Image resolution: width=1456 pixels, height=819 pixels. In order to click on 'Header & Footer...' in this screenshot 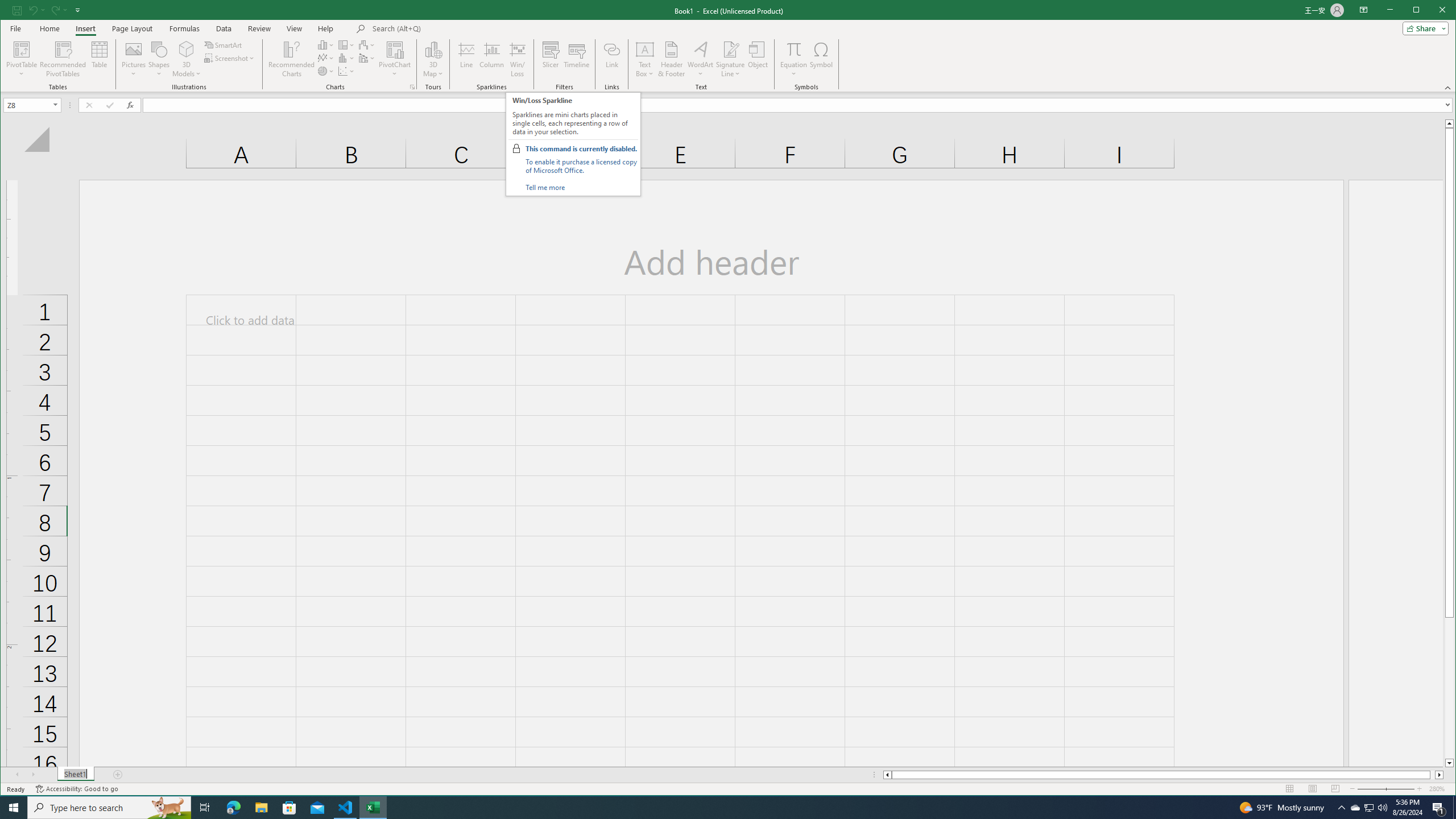, I will do `click(671, 59)`.